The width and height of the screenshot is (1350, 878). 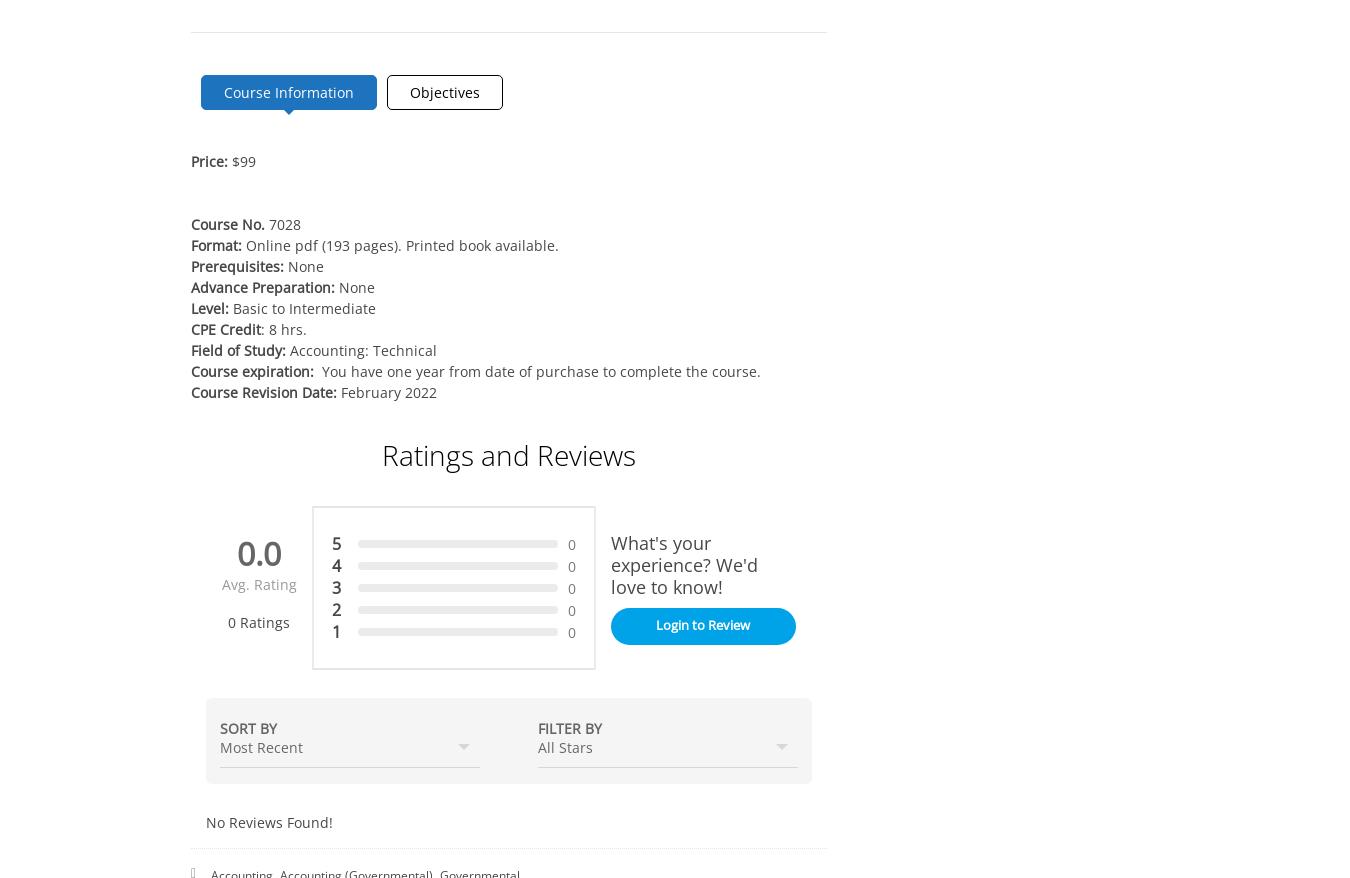 What do you see at coordinates (334, 587) in the screenshot?
I see `'3'` at bounding box center [334, 587].